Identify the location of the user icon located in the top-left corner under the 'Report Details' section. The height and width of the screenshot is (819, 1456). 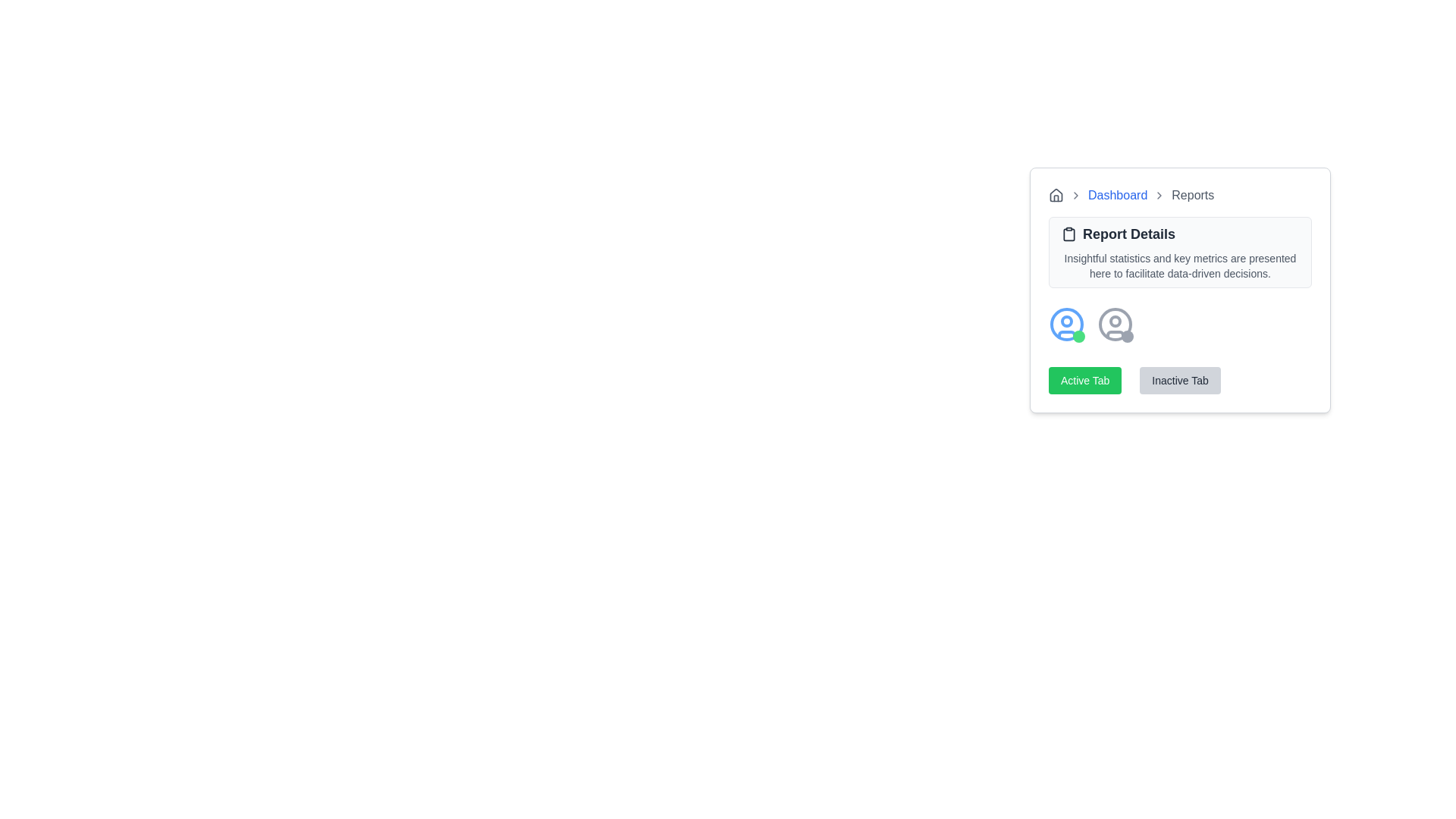
(1065, 324).